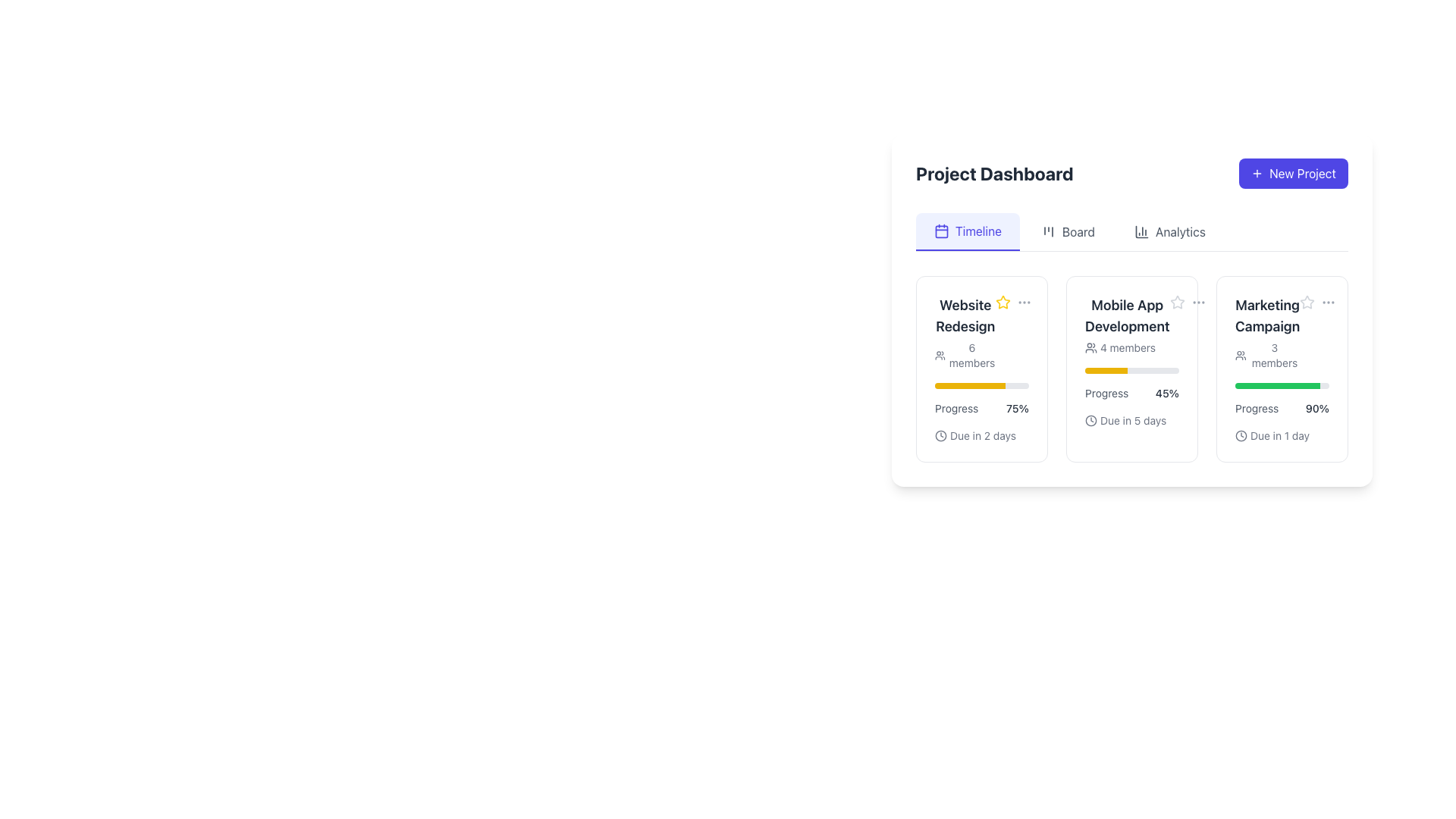 The height and width of the screenshot is (819, 1456). I want to click on the Navigation menu with interactive links located below the 'Project Dashboard' title to trigger tooltip or hover effects, so click(1131, 231).